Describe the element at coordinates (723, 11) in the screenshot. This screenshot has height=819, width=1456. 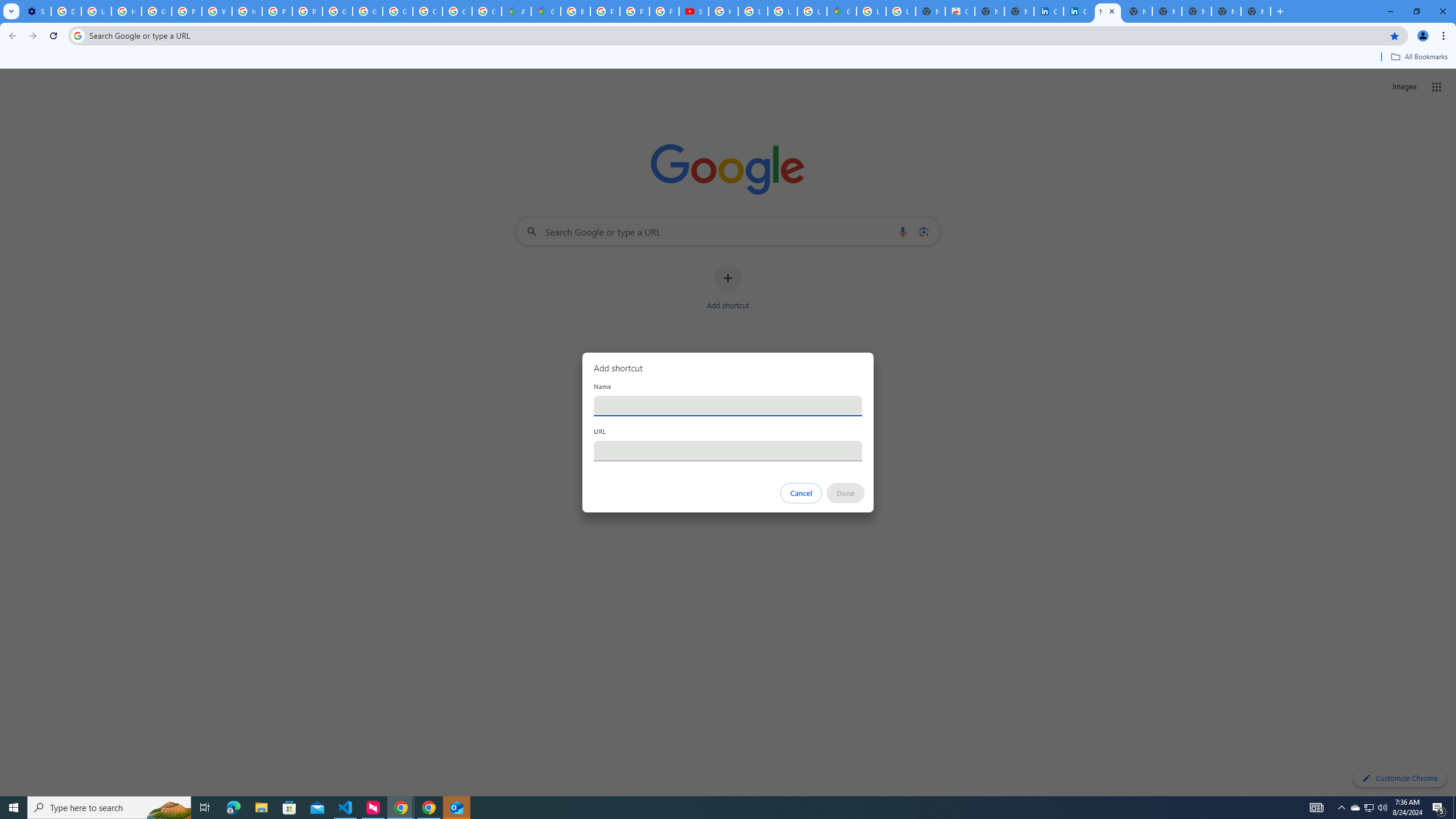
I see `'How Chrome protects your passwords - Google Chrome Help'` at that location.